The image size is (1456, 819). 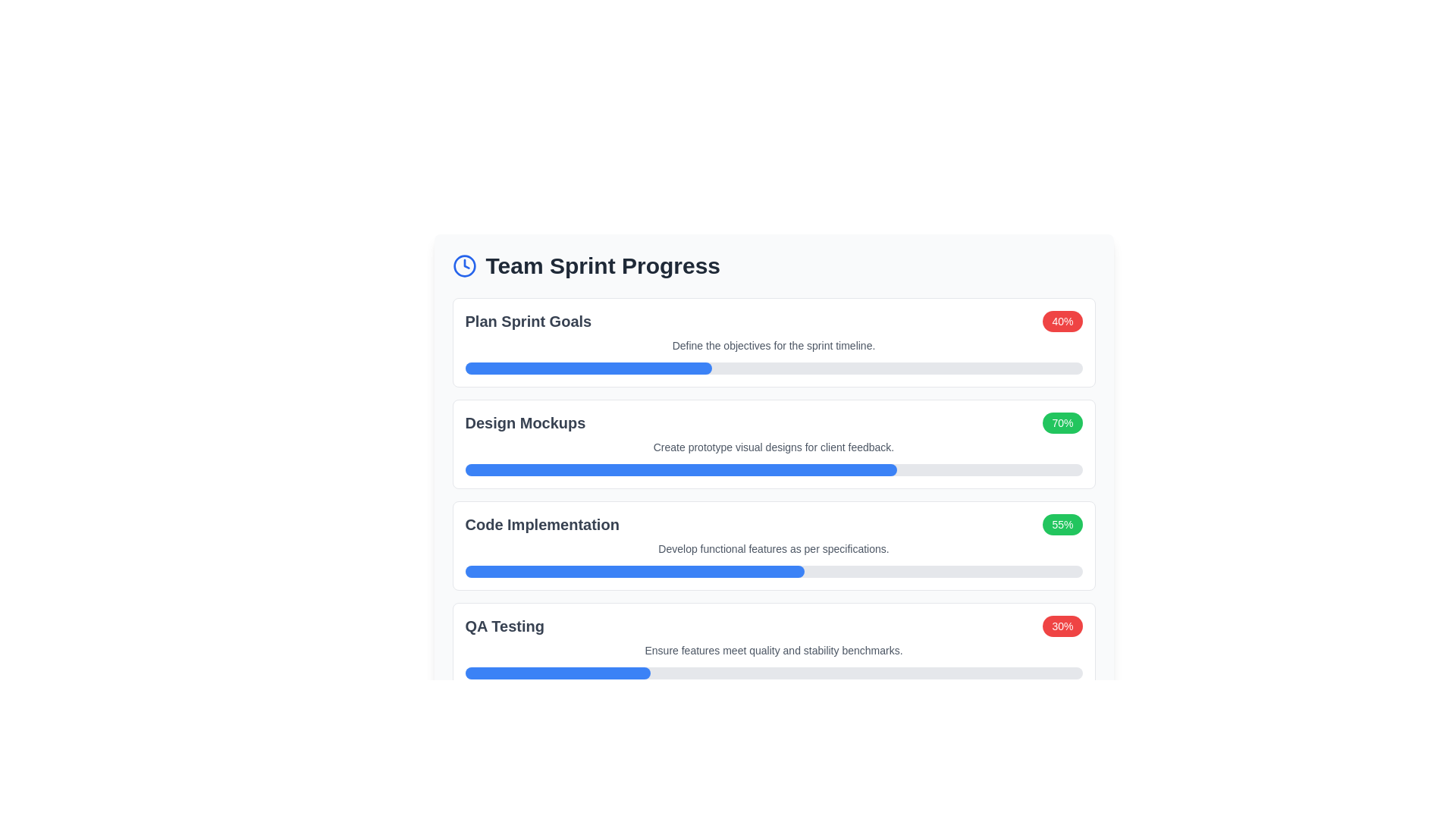 What do you see at coordinates (504, 626) in the screenshot?
I see `text from the text label positioned at the bottom-most section of the vertical list, just above the '30%' progress indication` at bounding box center [504, 626].